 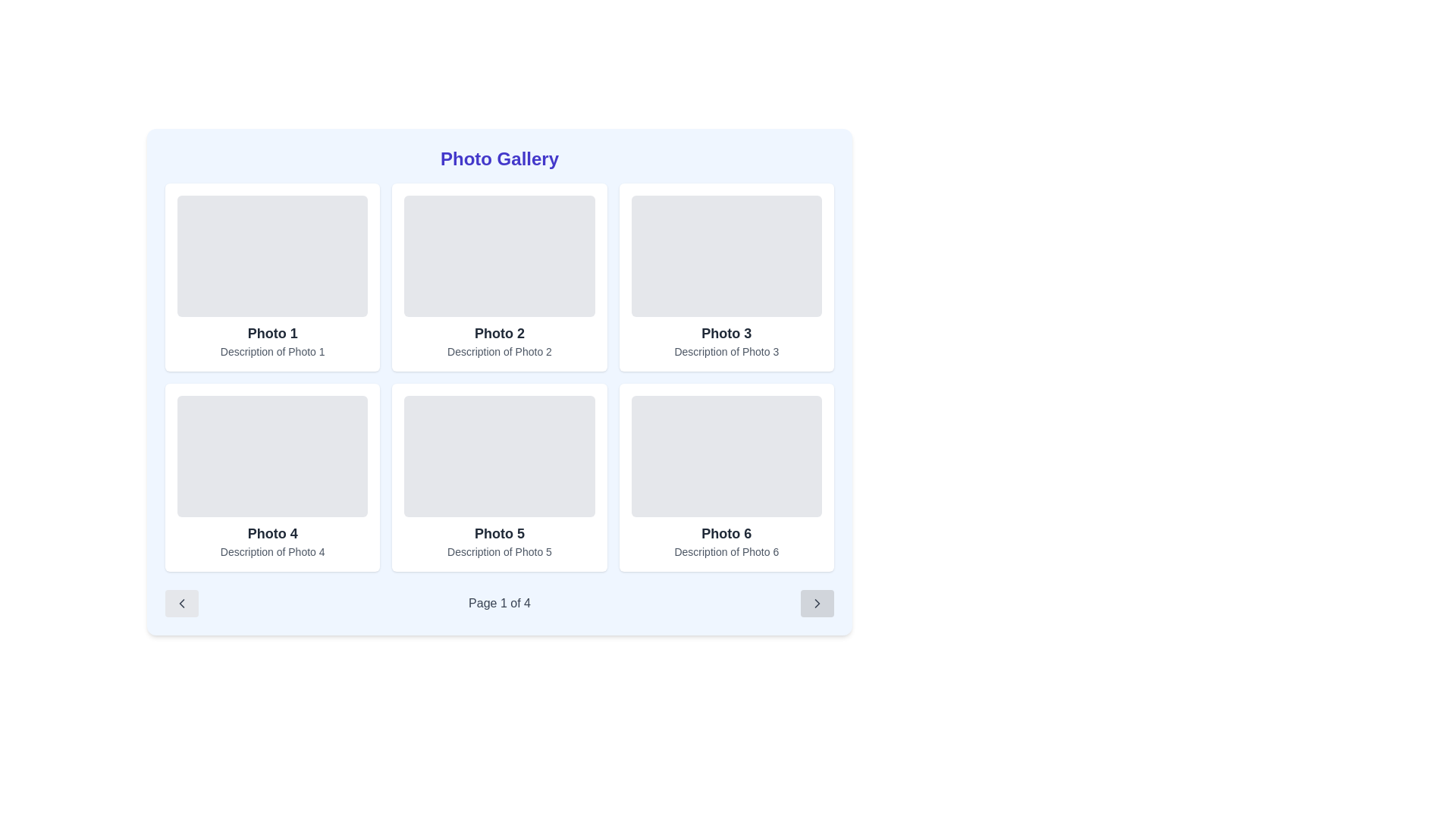 What do you see at coordinates (272, 533) in the screenshot?
I see `the text label that serves as a title or identifier for the associated card content, positioned below the image placeholder in the bottom-left cell of a 3x2 grid` at bounding box center [272, 533].